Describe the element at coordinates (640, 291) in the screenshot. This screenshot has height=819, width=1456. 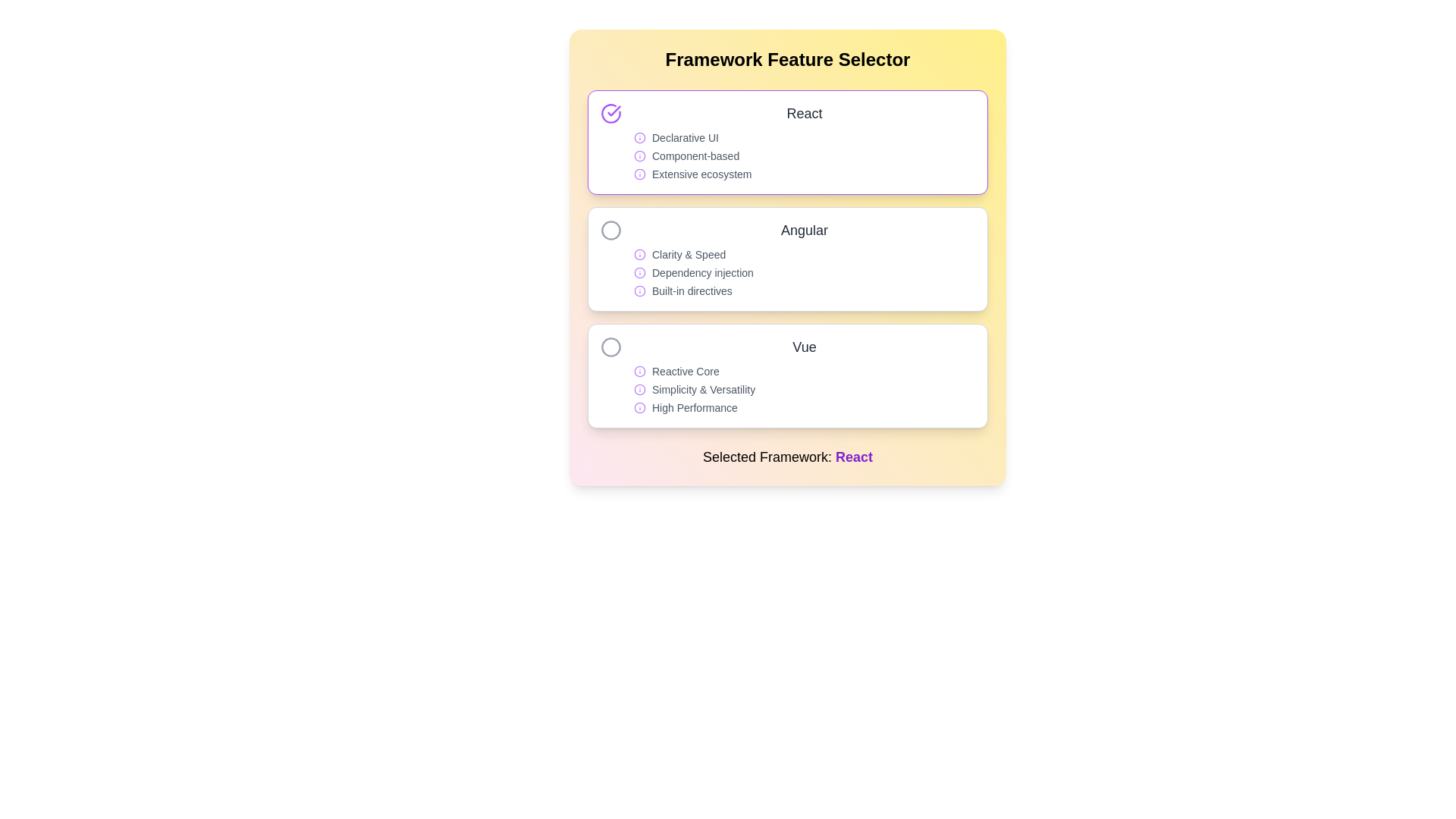
I see `the circular purple icon located within the icon group for the 'Angular' framework option, positioned in the middle of the three options` at that location.